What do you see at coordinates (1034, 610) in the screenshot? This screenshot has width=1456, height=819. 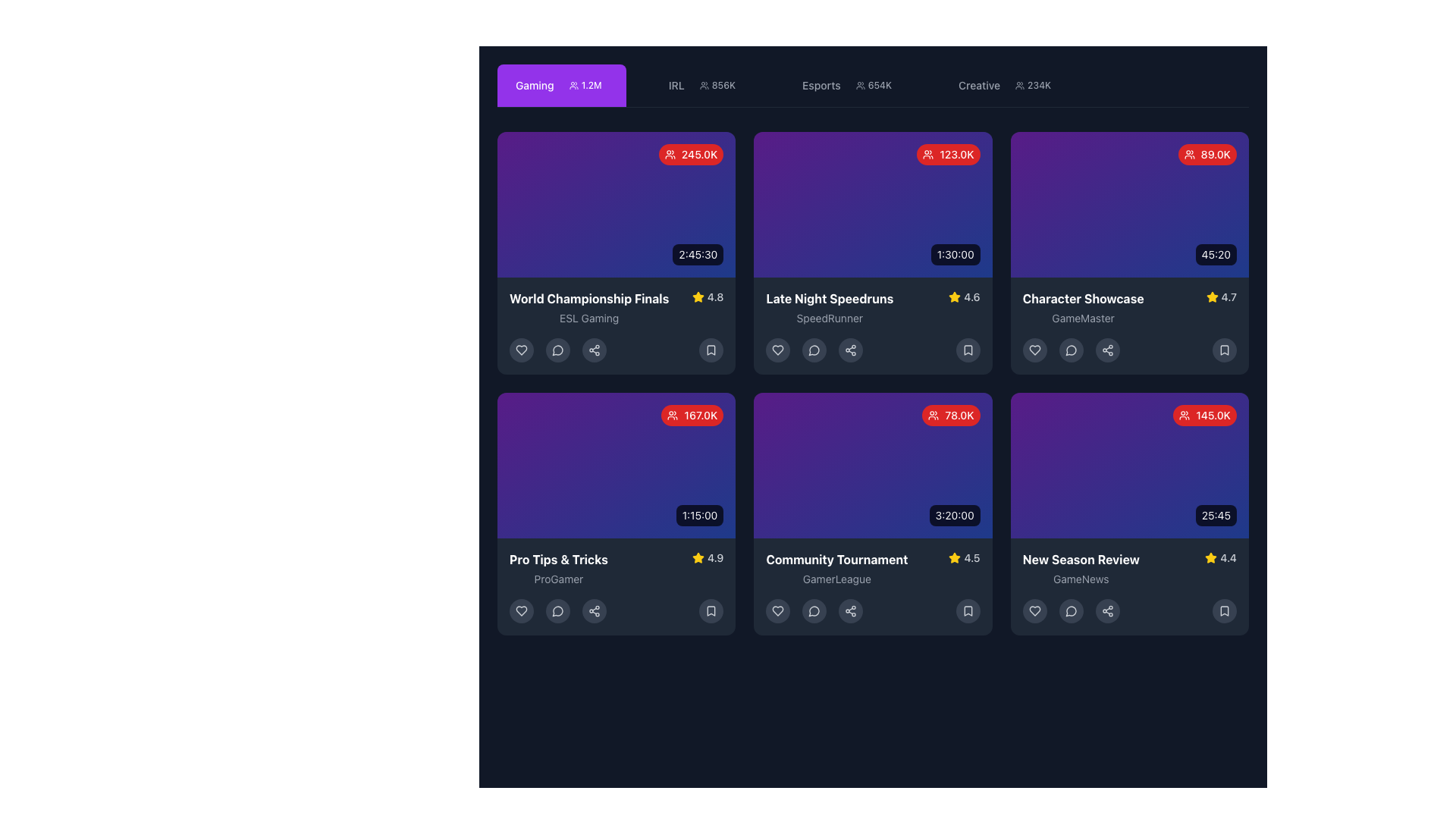 I see `the heart-shaped icon button located at the bottom-right of the card-style content area to favorite the associated content` at bounding box center [1034, 610].